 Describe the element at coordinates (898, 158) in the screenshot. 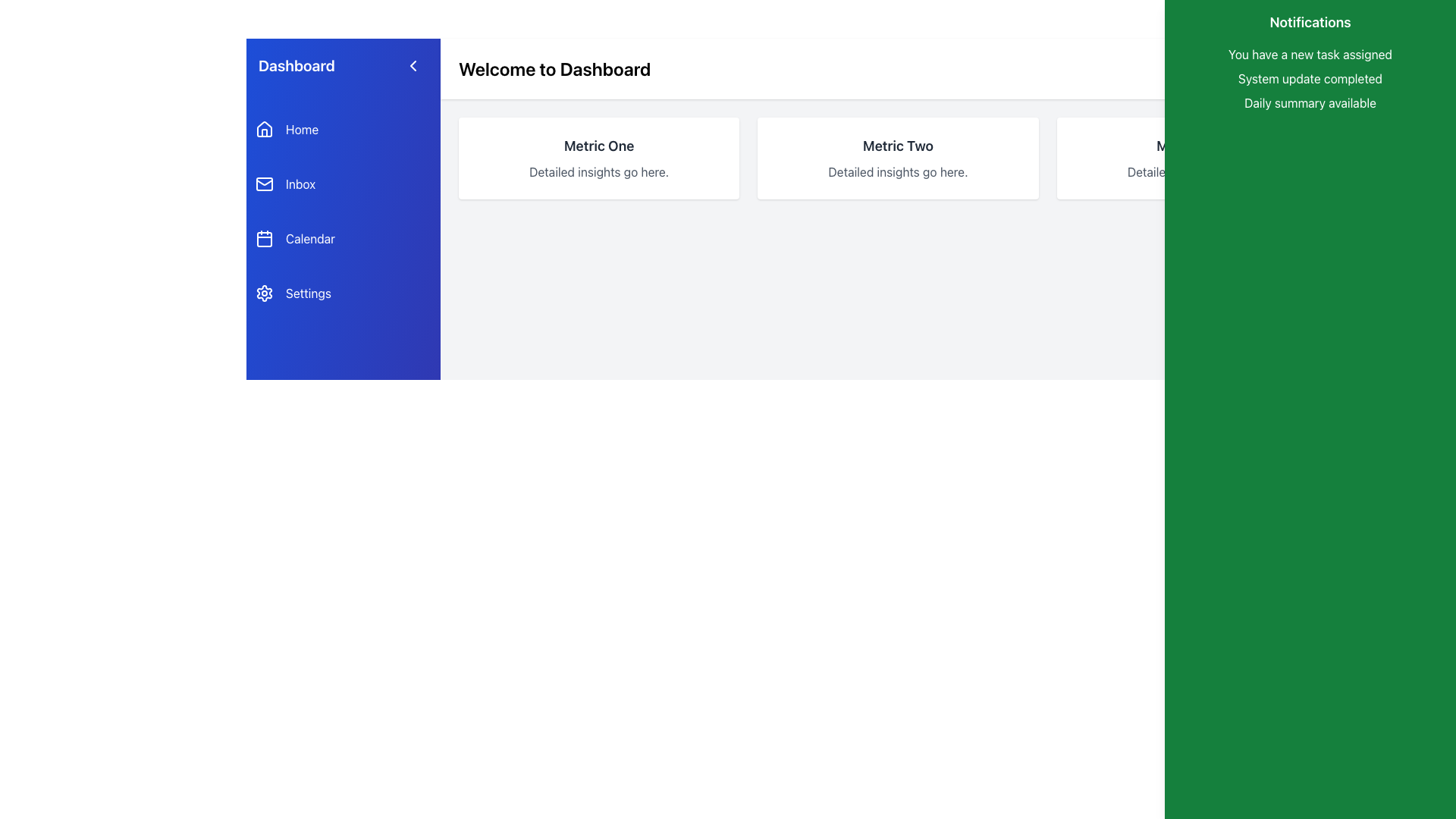

I see `the Display Card labeled 'Metric Two', which presents a metric and a brief description, located in the middle of three horizontally arranged cards` at that location.